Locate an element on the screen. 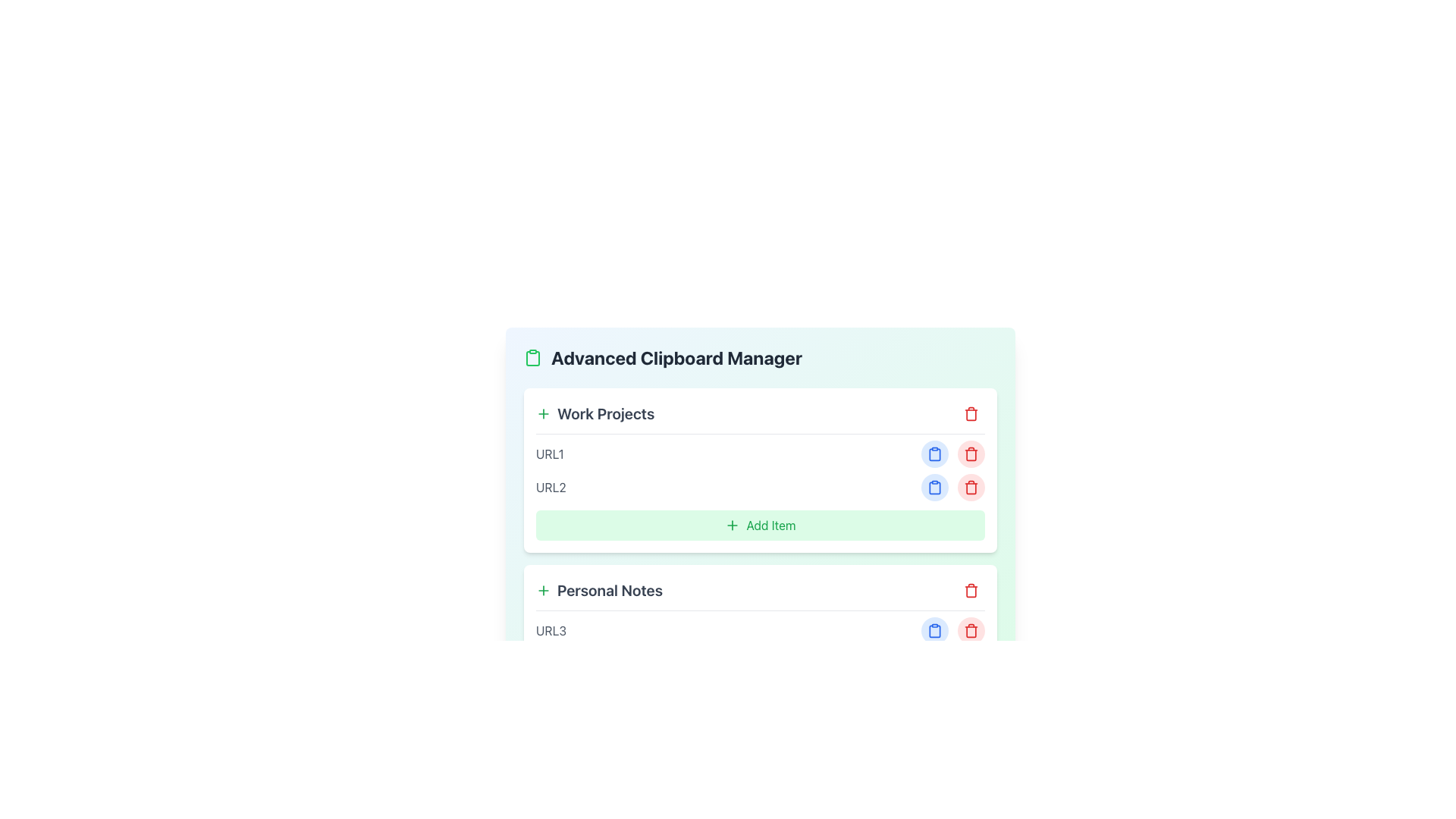  the first circular button located to the right of a listed item under the 'Work Projects' section is located at coordinates (934, 488).